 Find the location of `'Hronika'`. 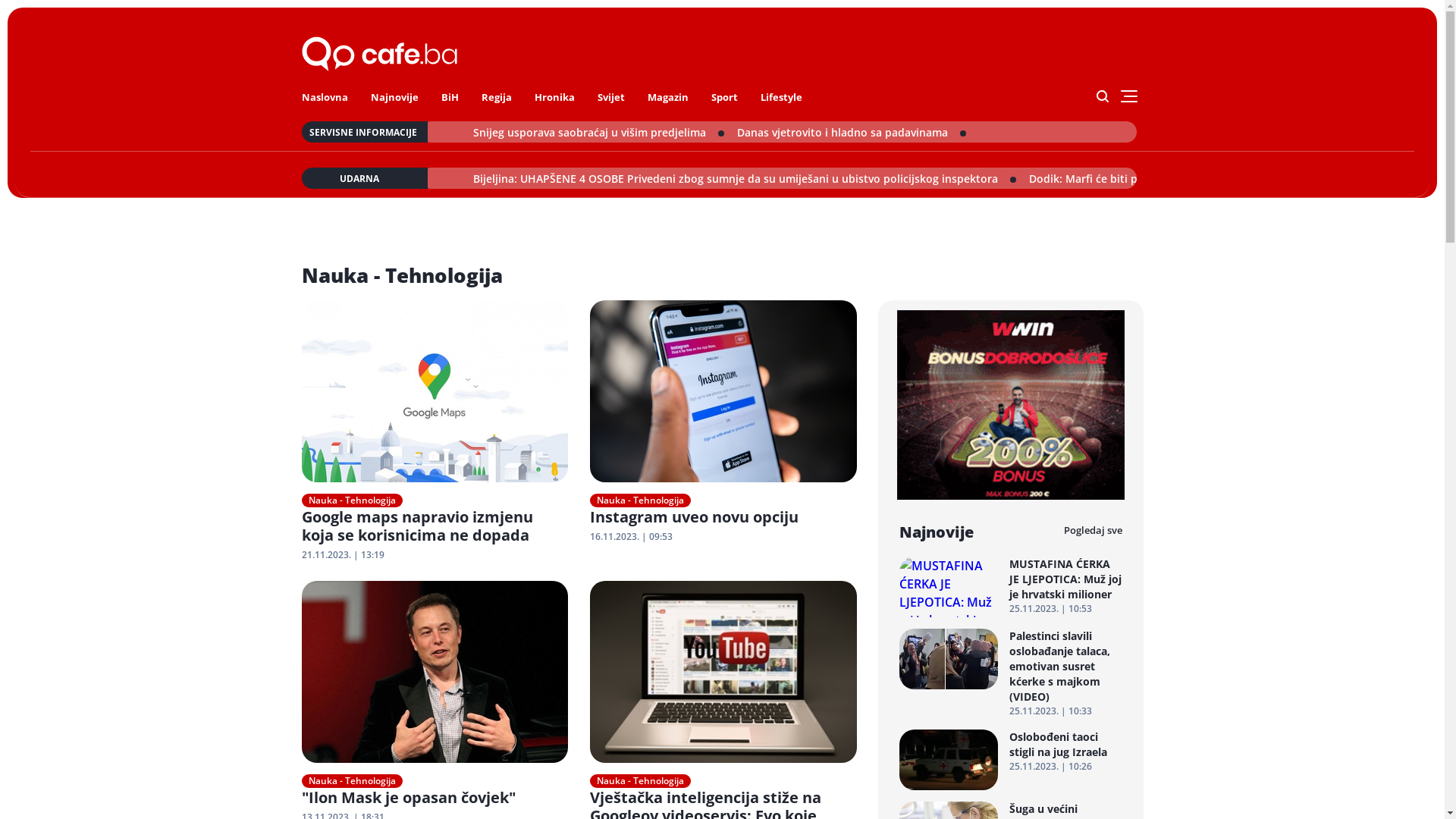

'Hronika' is located at coordinates (553, 96).